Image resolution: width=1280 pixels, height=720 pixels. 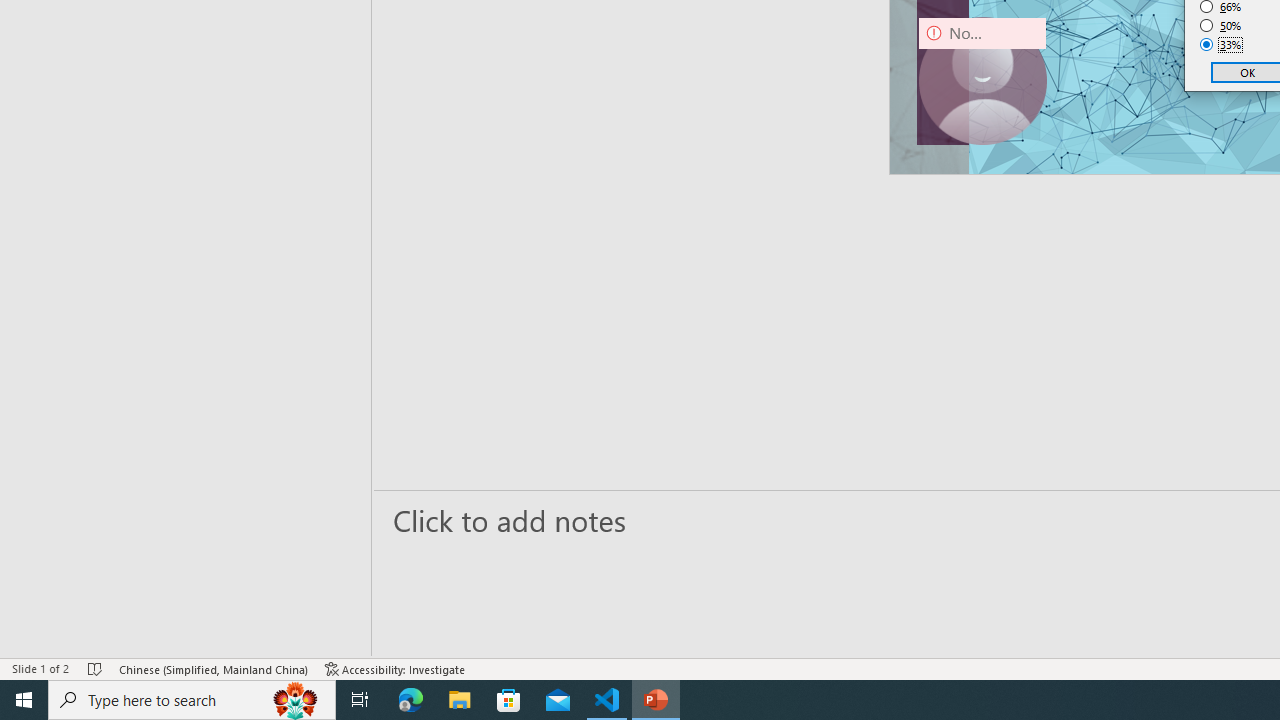 What do you see at coordinates (1220, 45) in the screenshot?
I see `'33%'` at bounding box center [1220, 45].